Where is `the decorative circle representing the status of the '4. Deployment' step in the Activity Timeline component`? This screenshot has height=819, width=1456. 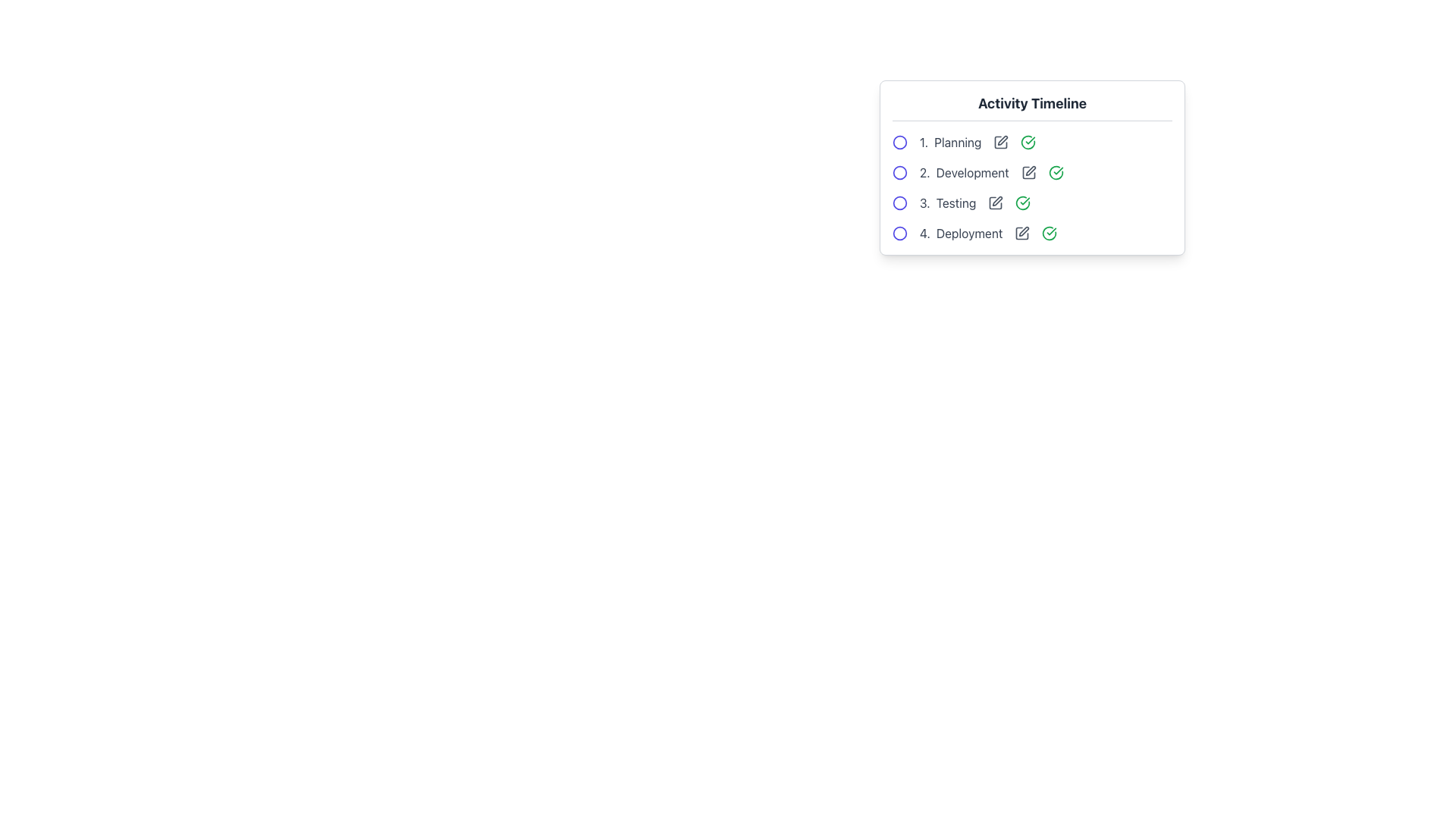
the decorative circle representing the status of the '4. Deployment' step in the Activity Timeline component is located at coordinates (899, 234).